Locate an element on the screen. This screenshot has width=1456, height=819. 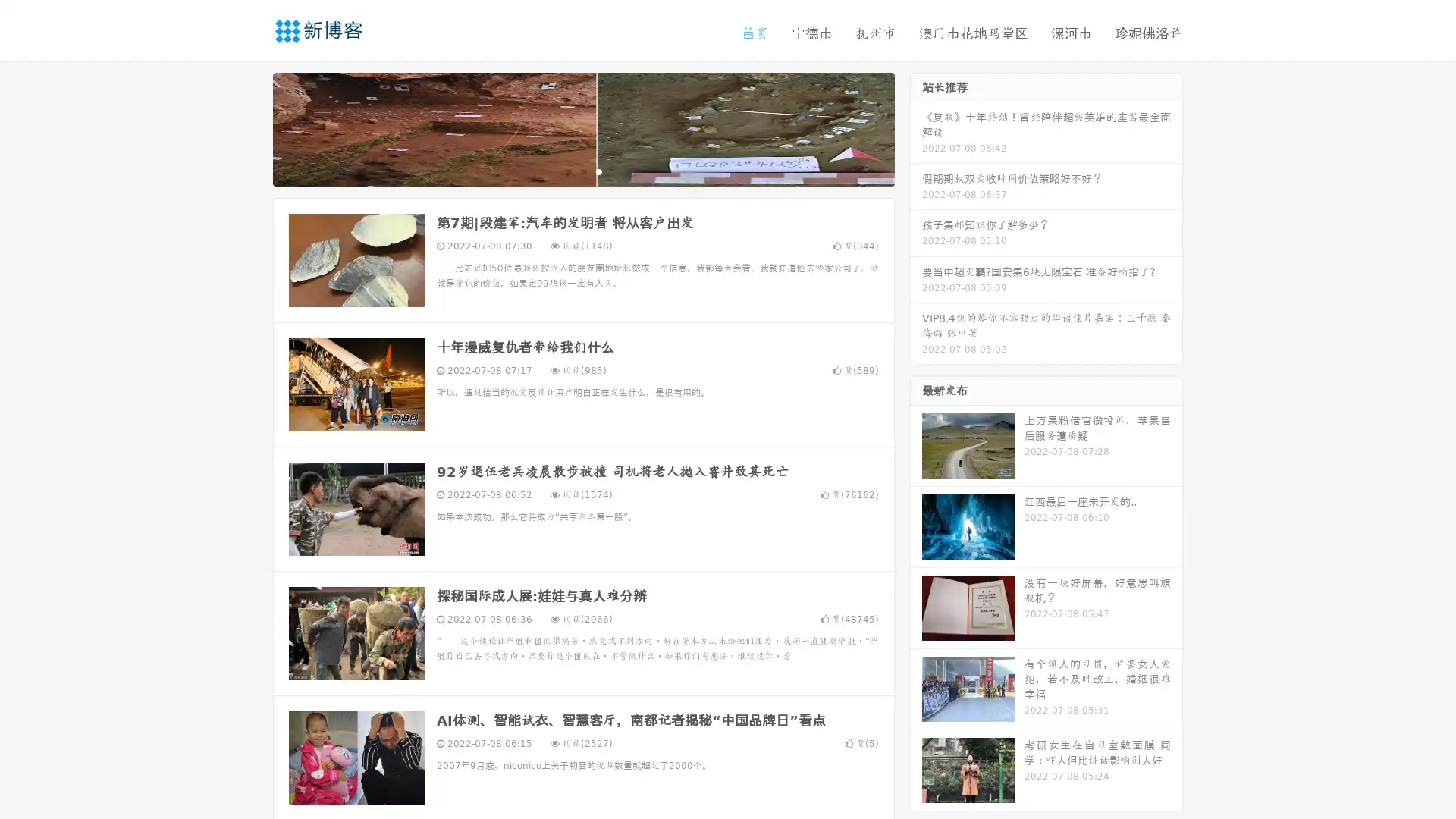
Go to slide 1 is located at coordinates (567, 171).